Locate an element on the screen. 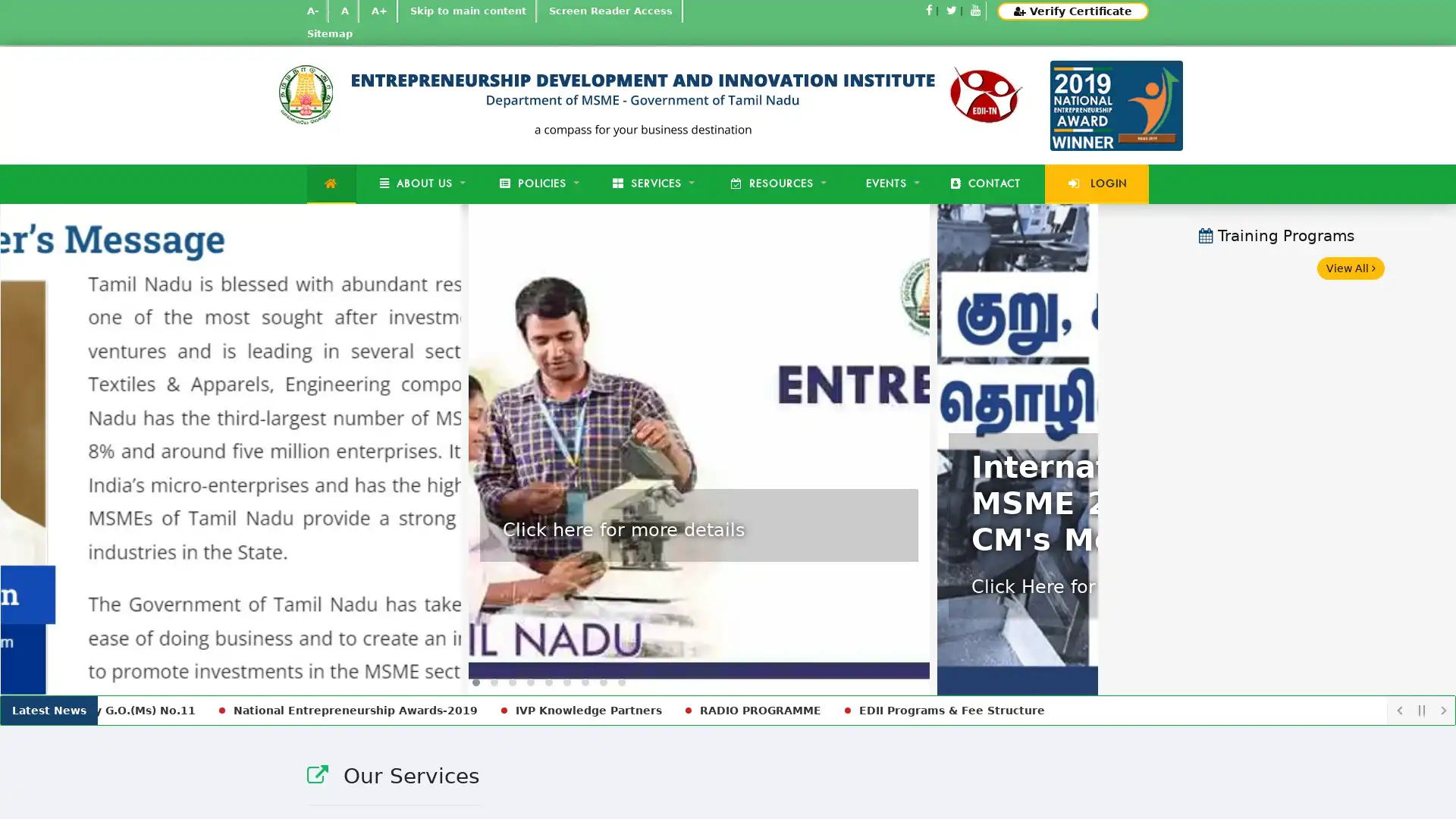  Next is located at coordinates (1065, 433).